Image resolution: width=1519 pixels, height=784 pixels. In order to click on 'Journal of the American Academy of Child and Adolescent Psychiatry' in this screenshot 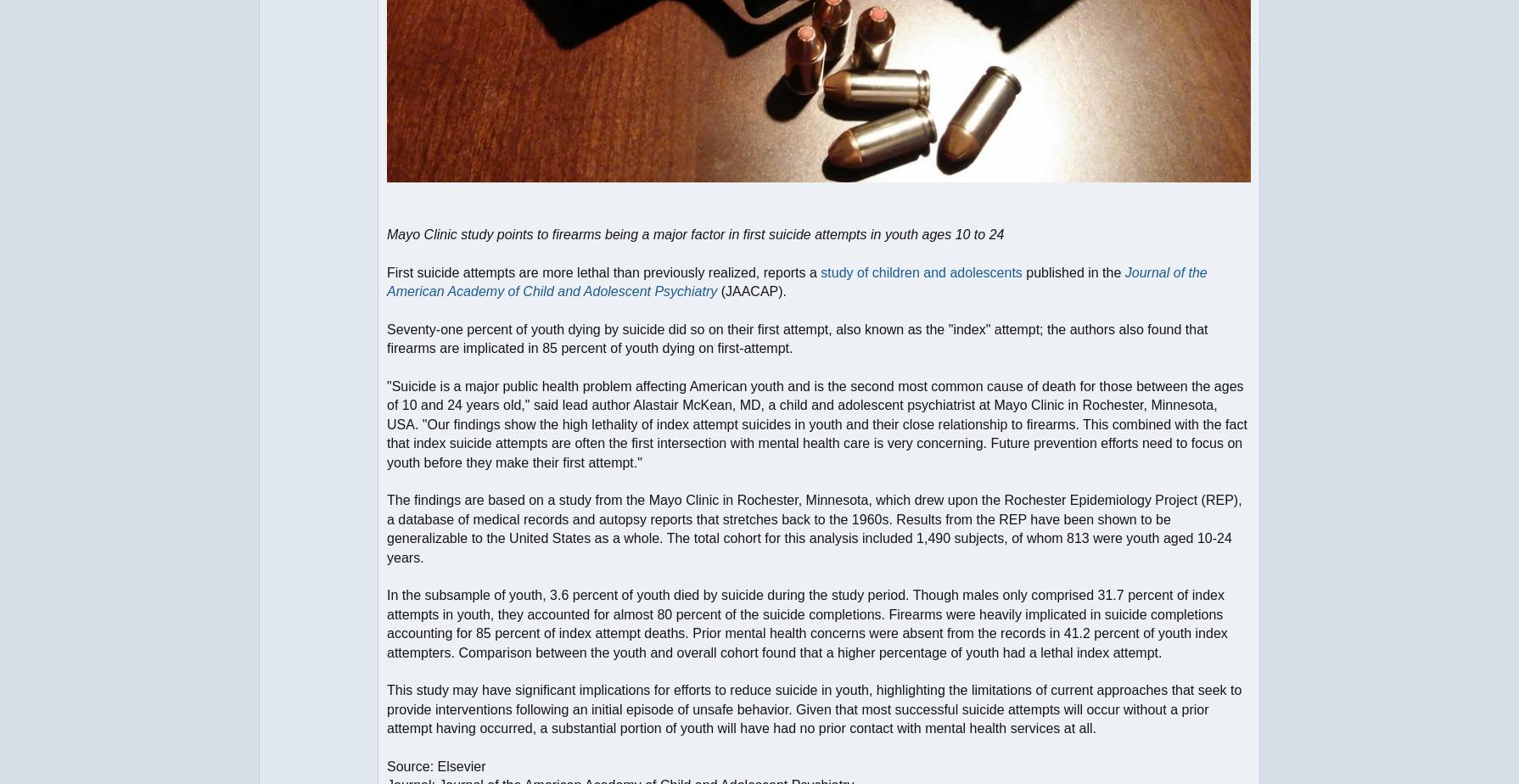, I will do `click(797, 281)`.